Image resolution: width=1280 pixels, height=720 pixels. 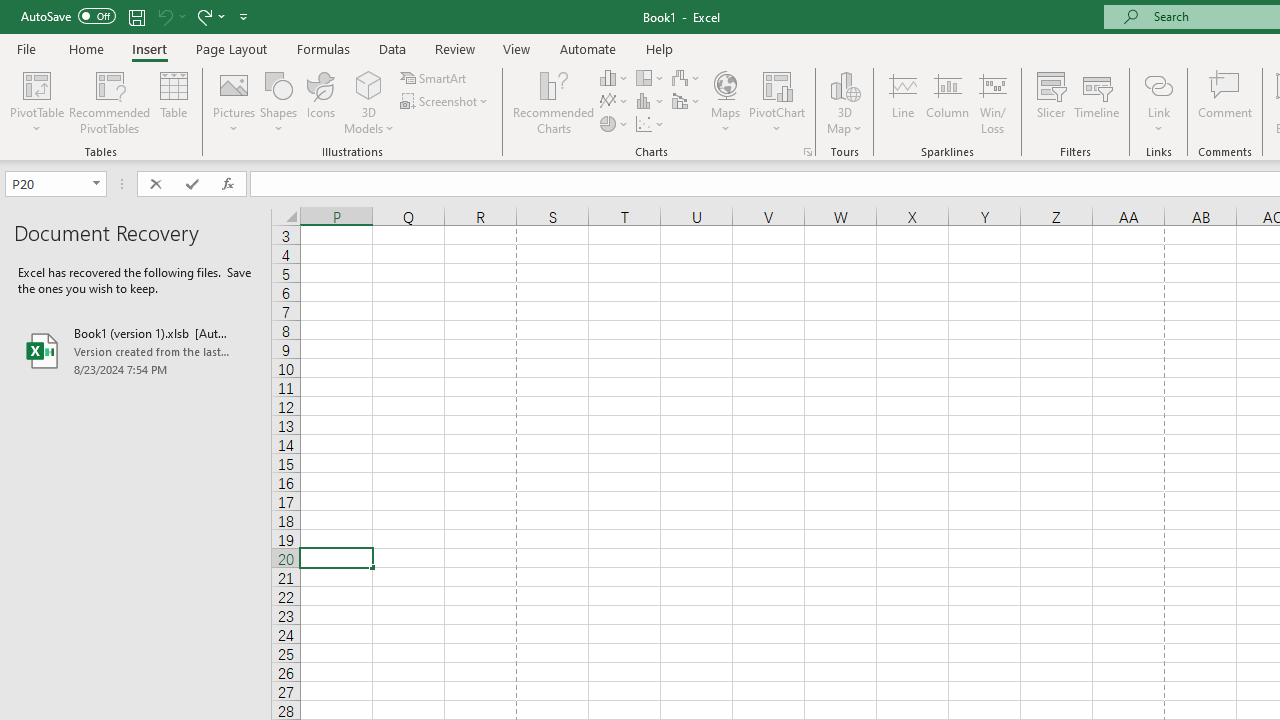 I want to click on 'Insert Pie or Doughnut Chart', so click(x=614, y=124).